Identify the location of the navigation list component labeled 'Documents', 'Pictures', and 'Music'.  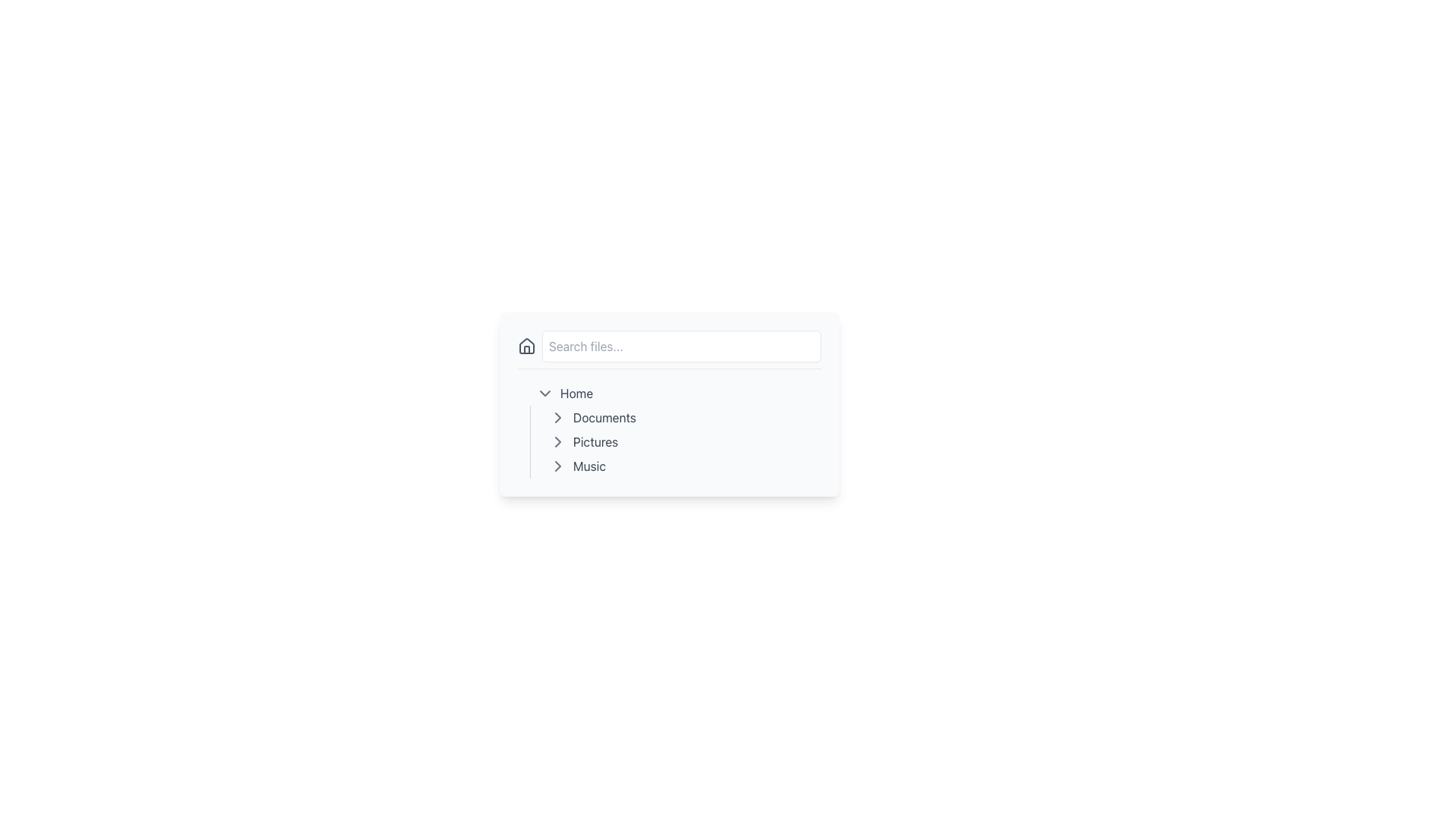
(675, 441).